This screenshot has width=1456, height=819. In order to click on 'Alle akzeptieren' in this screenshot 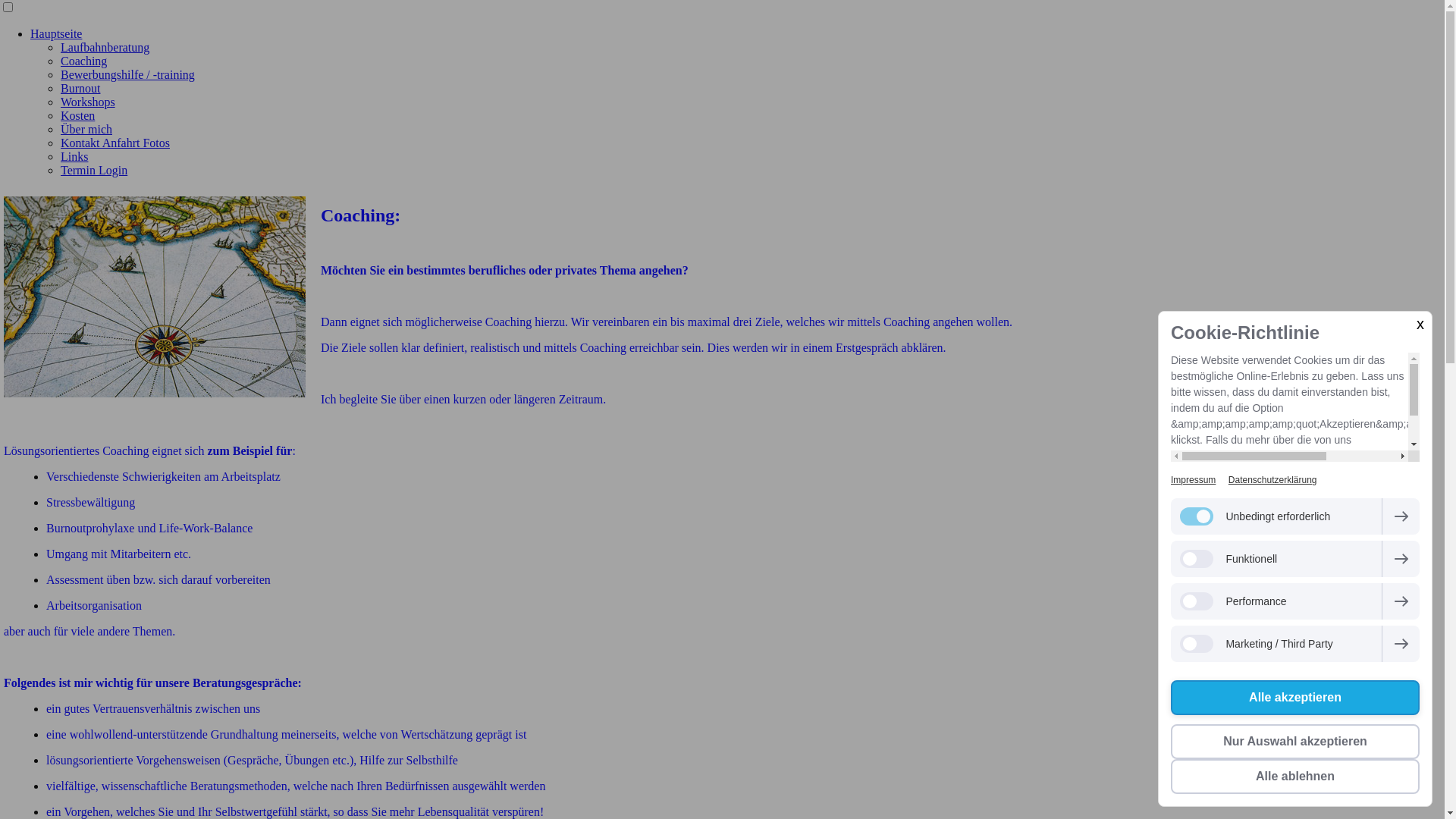, I will do `click(1294, 698)`.